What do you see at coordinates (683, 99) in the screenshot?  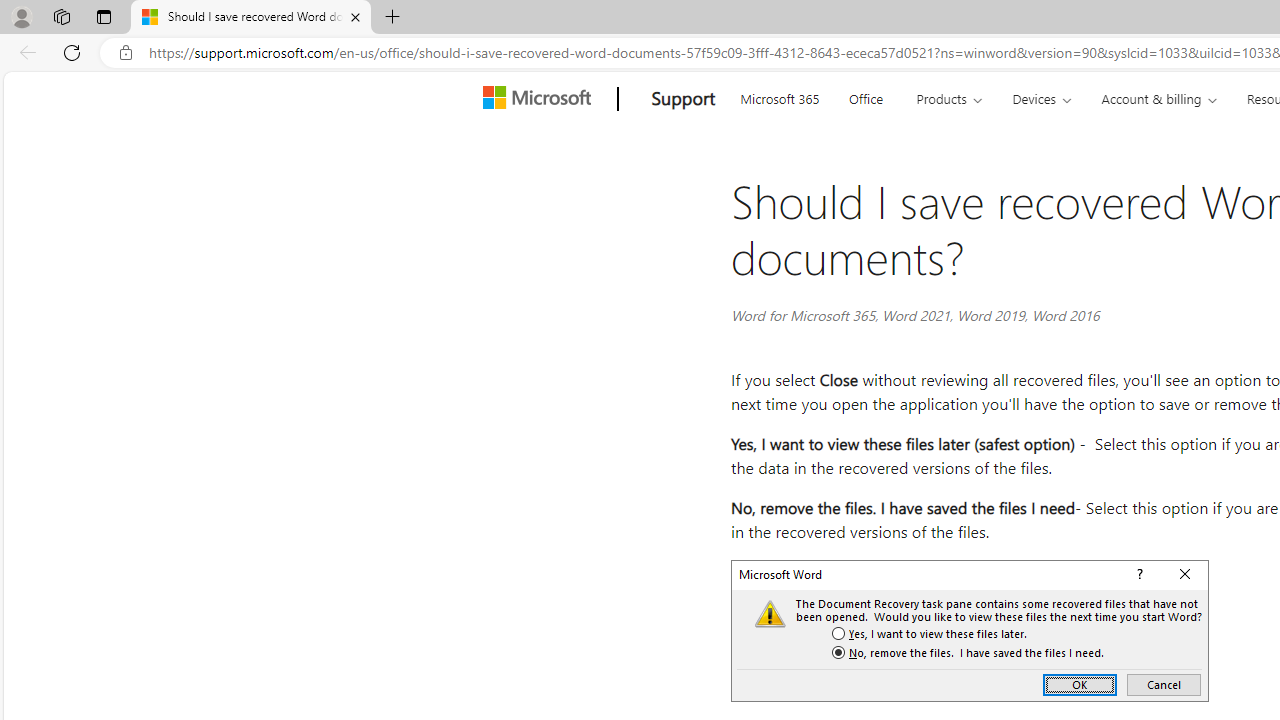 I see `'Support'` at bounding box center [683, 99].